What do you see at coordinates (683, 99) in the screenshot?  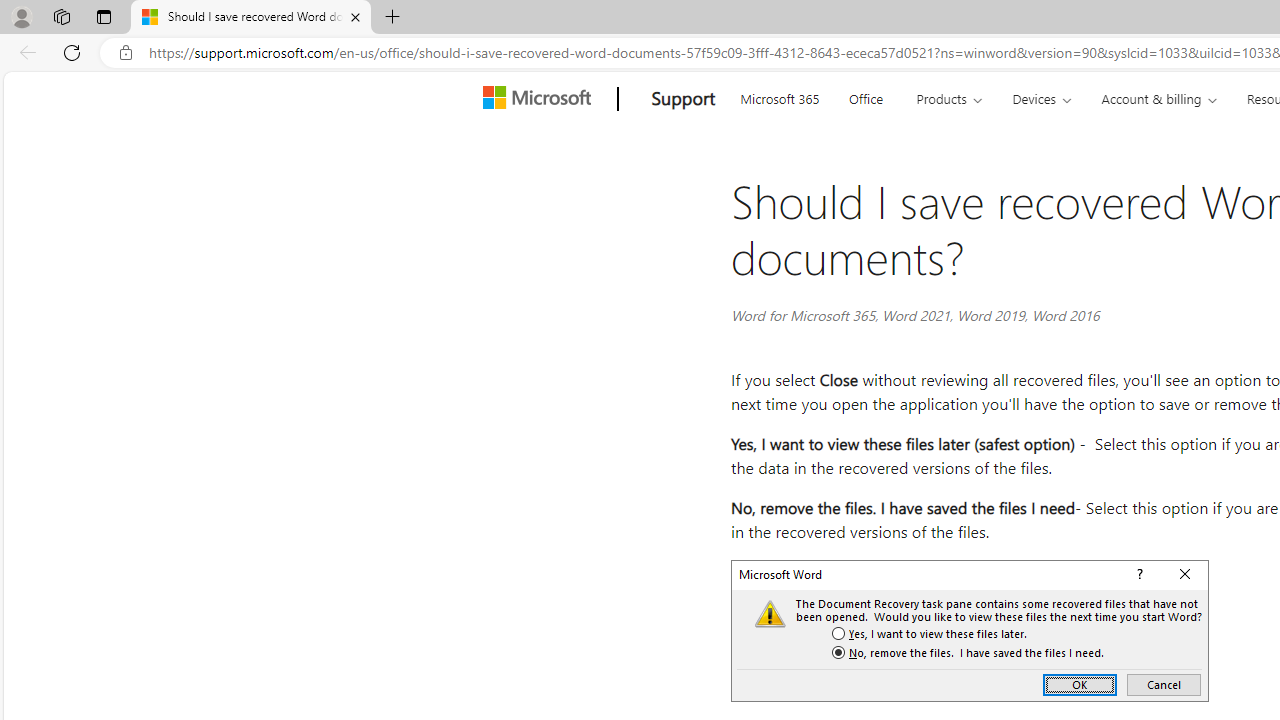 I see `'Support'` at bounding box center [683, 99].